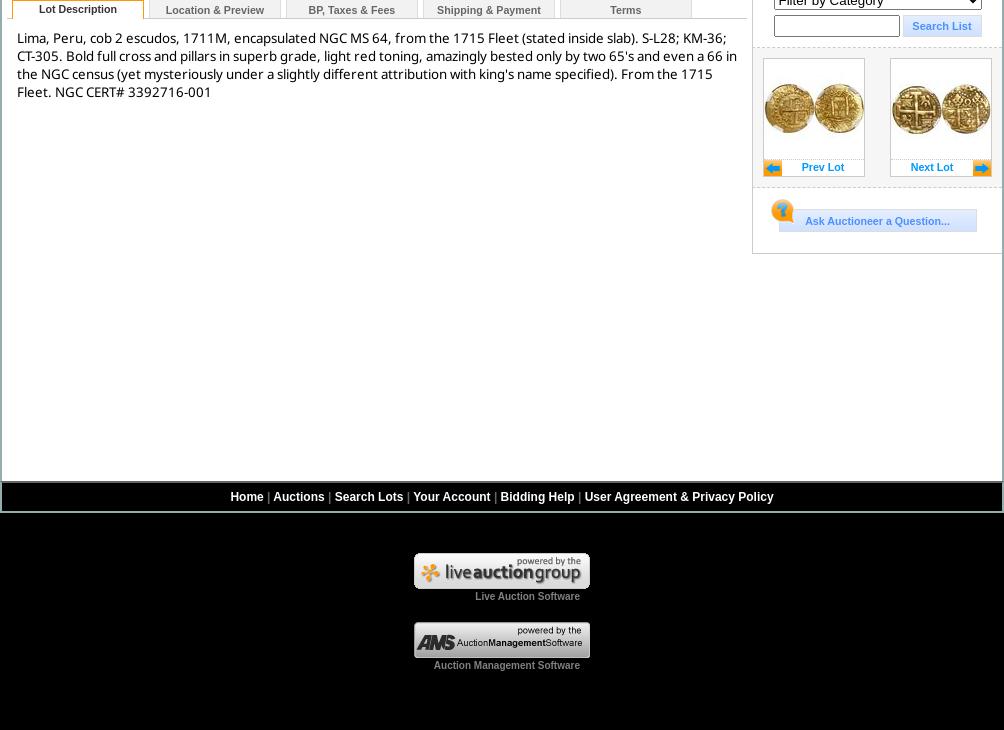  What do you see at coordinates (578, 701) in the screenshot?
I see `'|
				P.O. Box 1964, Winter Park, Florida, 32790, United States |
				All Rights Reserved - Copyright © 2023'` at bounding box center [578, 701].